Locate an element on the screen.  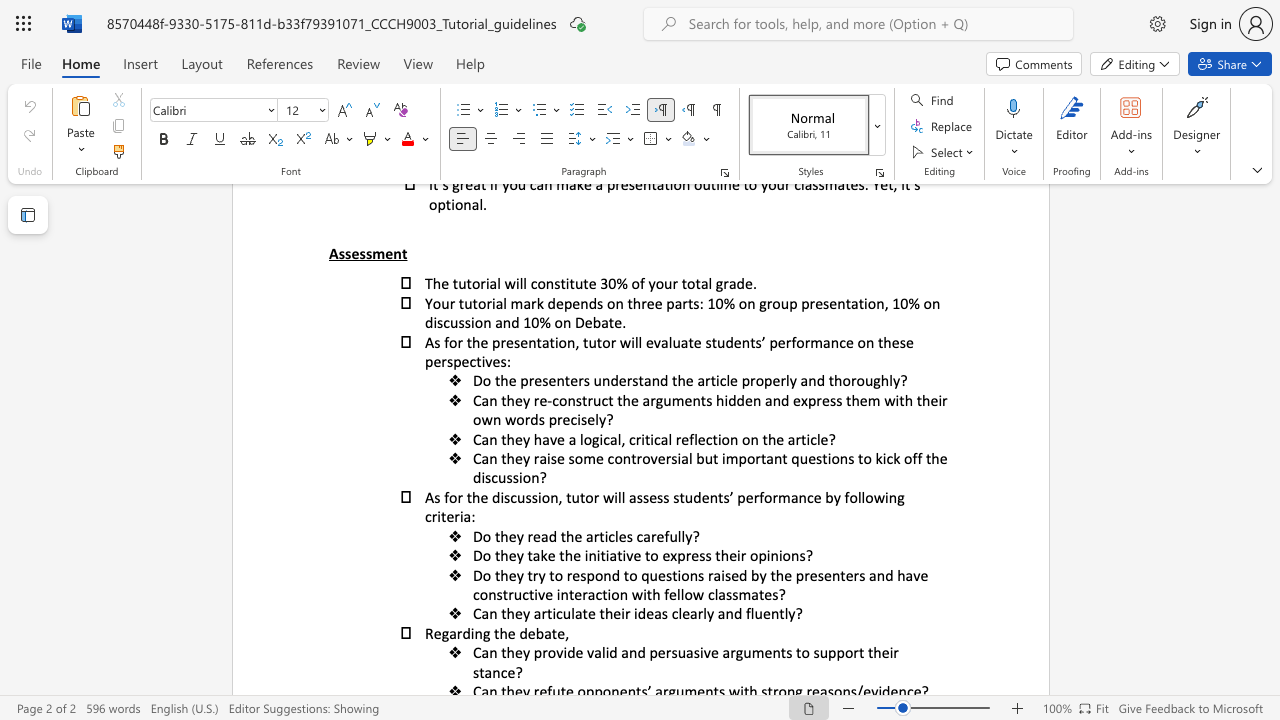
the subset text "to questions raised by the presenters and have constructive interaction w" within the text "Do they try to respond to questions raised by the presenters and have constructive interaction with fellow classmates?" is located at coordinates (622, 575).